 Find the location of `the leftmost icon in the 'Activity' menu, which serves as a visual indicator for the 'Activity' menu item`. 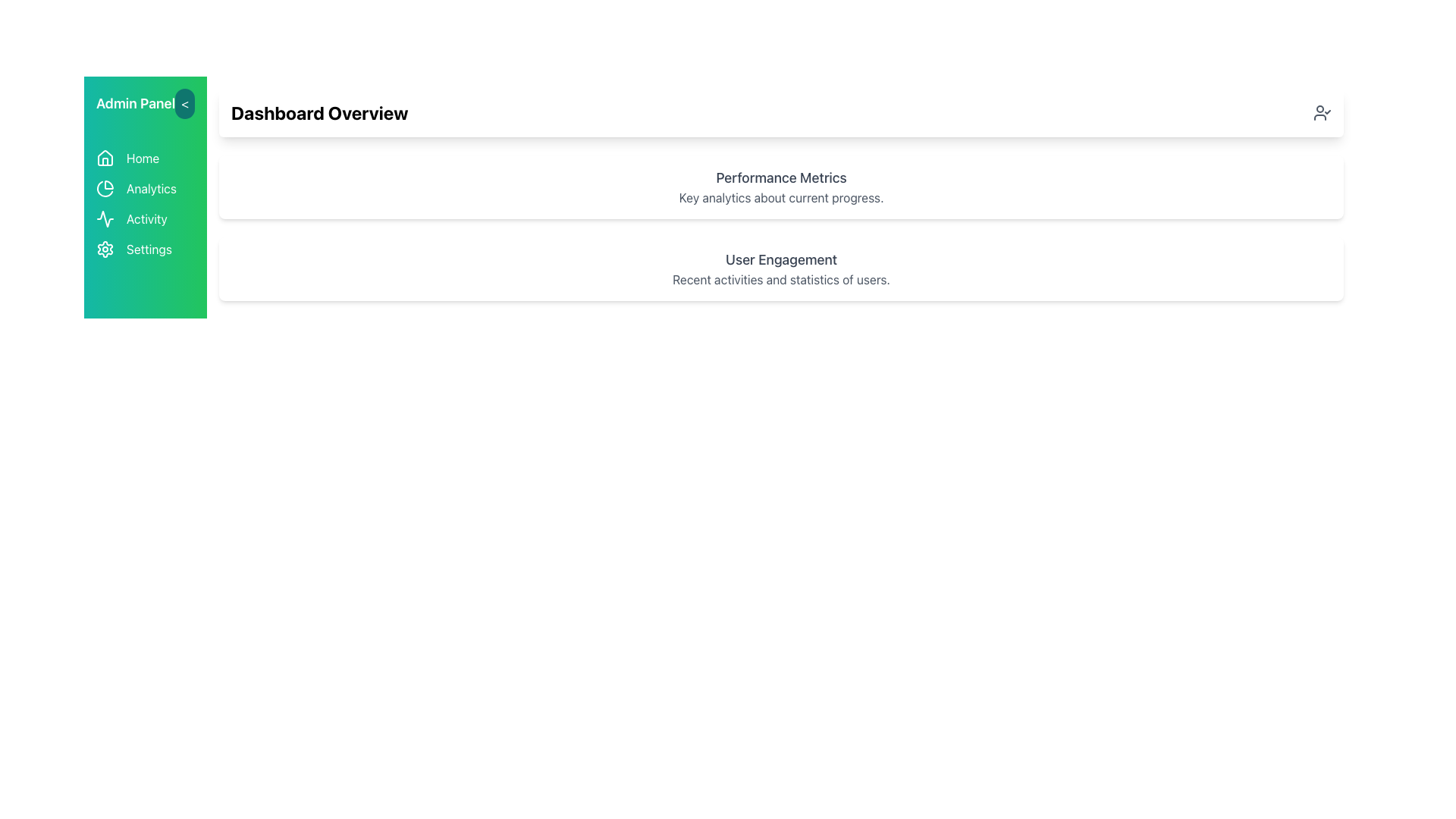

the leftmost icon in the 'Activity' menu, which serves as a visual indicator for the 'Activity' menu item is located at coordinates (105, 219).